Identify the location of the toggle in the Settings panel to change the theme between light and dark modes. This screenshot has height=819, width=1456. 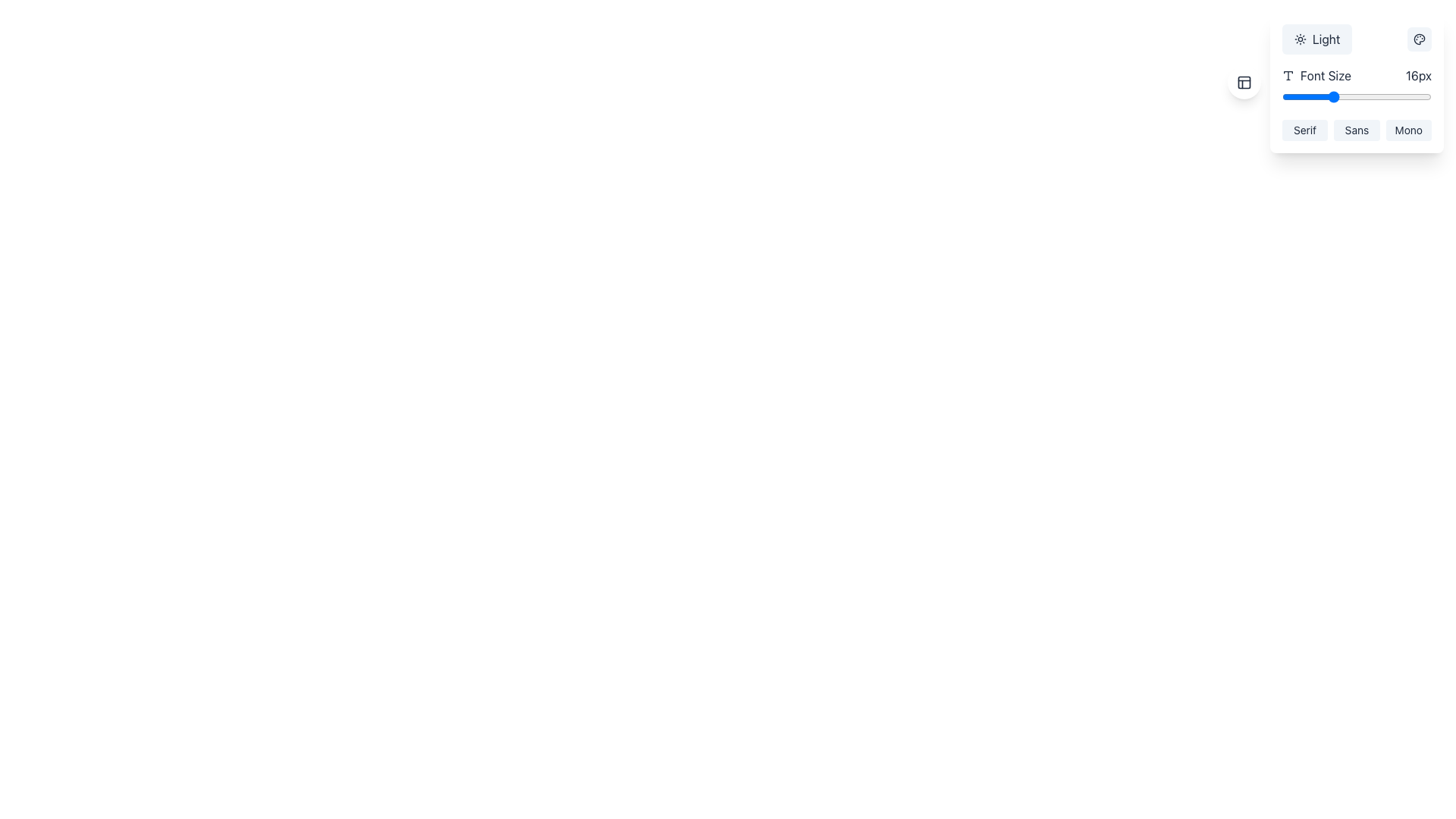
(1357, 82).